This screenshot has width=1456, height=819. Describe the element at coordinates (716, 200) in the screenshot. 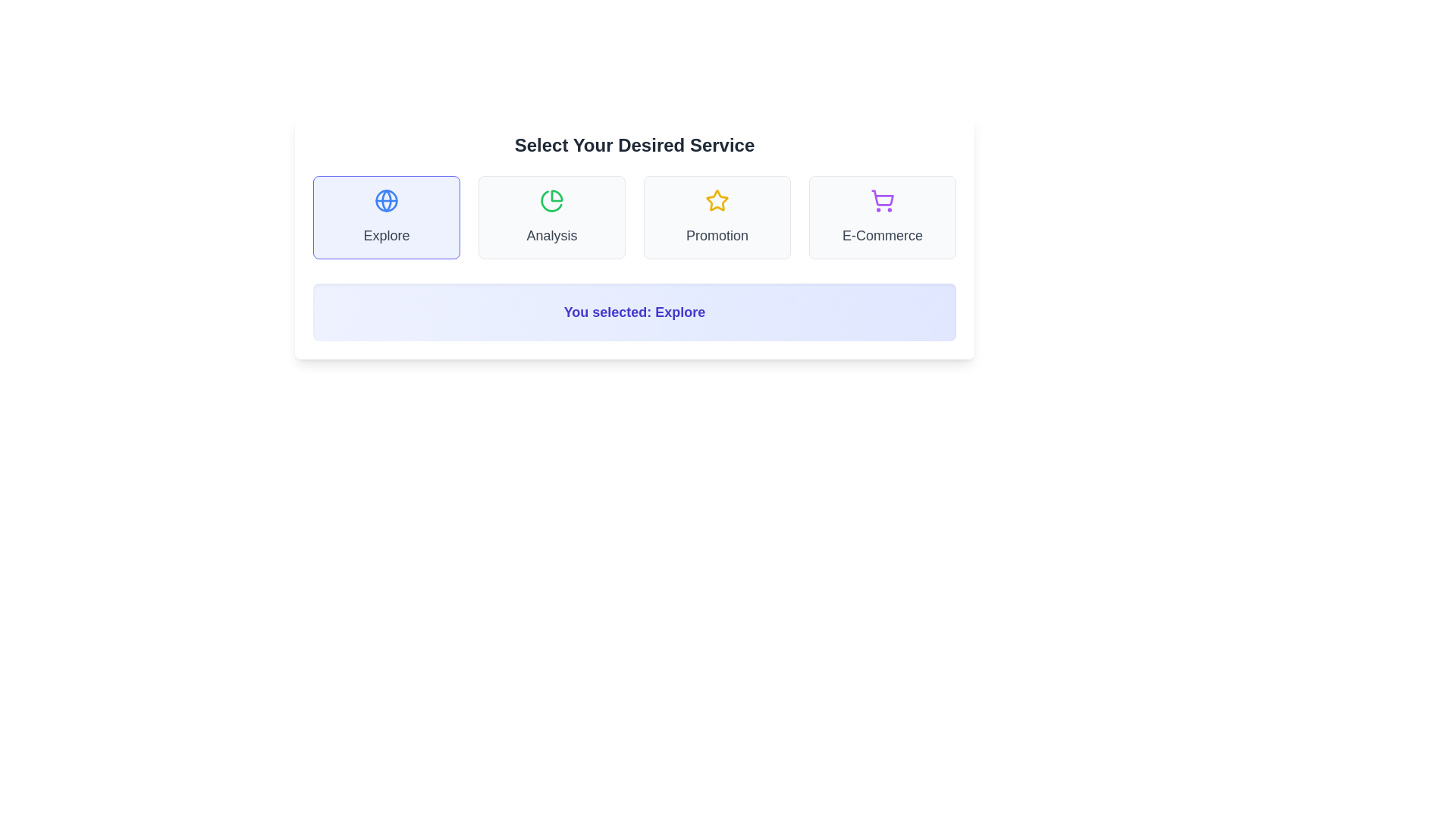

I see `the yellow star icon outlined in orange, which is located at the center of the 'Promotion' button, the third button in the horizontal list` at that location.